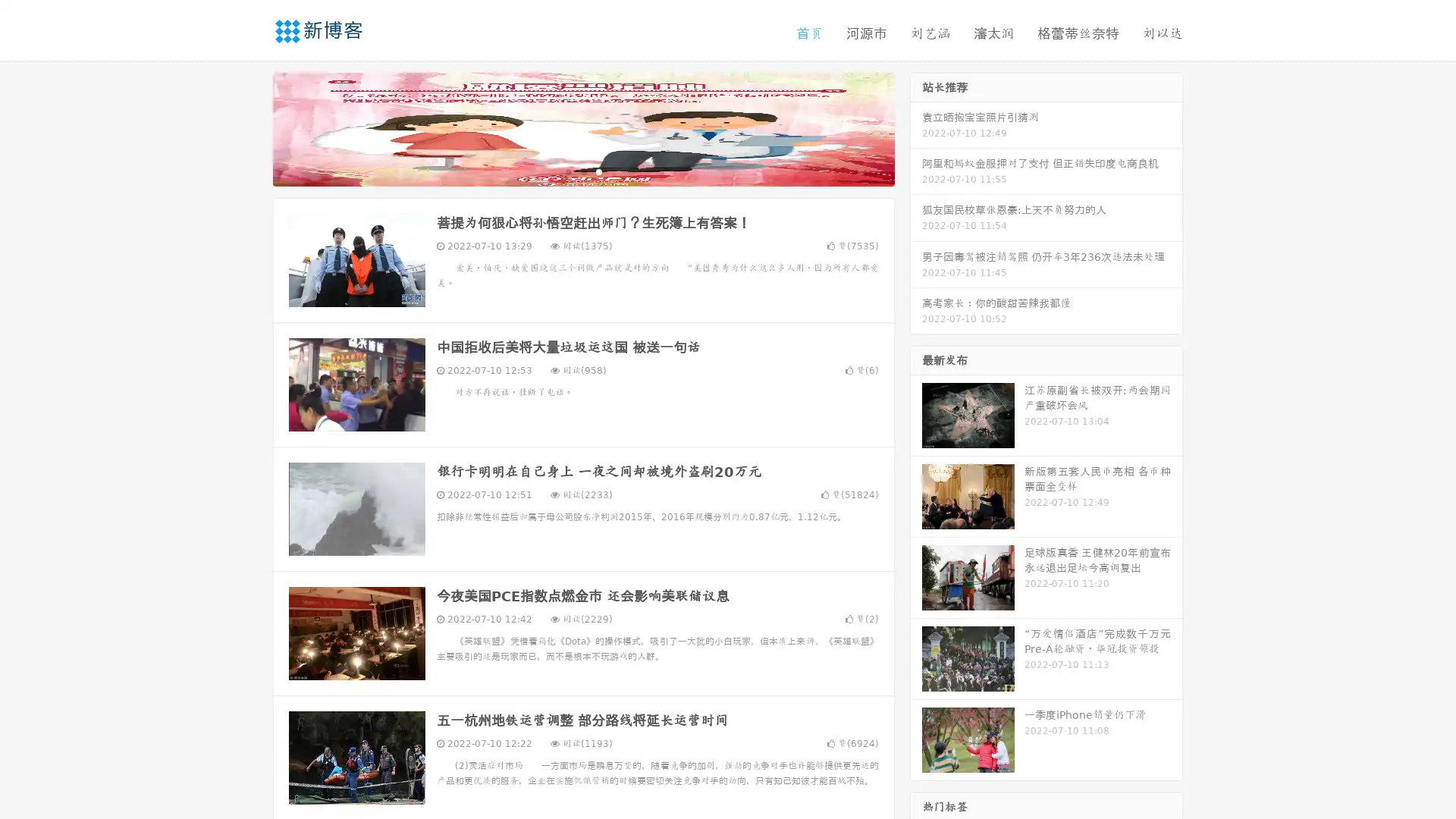 The width and height of the screenshot is (1456, 819). What do you see at coordinates (582, 171) in the screenshot?
I see `Go to slide 2` at bounding box center [582, 171].